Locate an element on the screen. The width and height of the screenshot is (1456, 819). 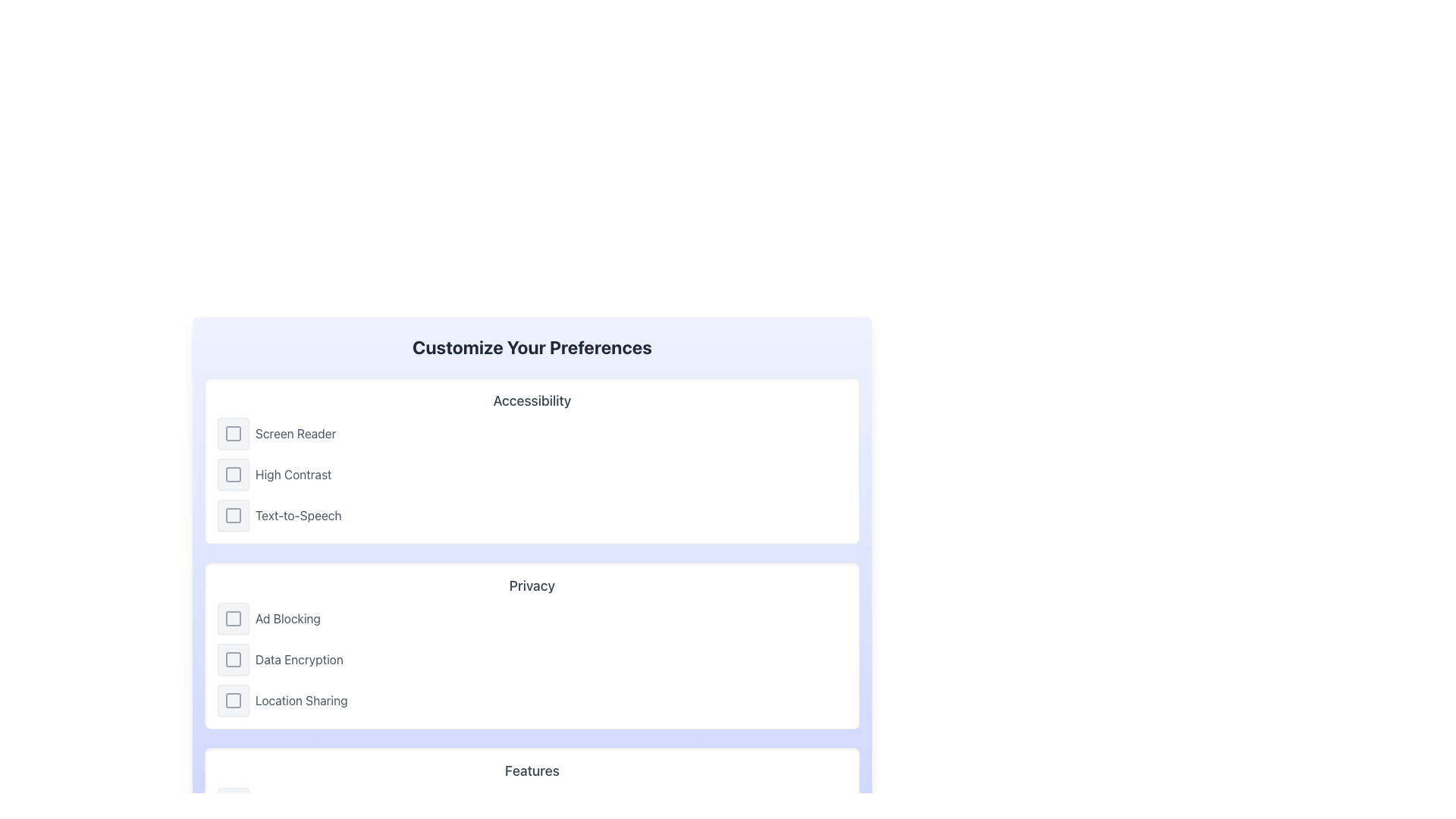
the 'High Contrast' text label located in the Accessibility section is located at coordinates (293, 473).